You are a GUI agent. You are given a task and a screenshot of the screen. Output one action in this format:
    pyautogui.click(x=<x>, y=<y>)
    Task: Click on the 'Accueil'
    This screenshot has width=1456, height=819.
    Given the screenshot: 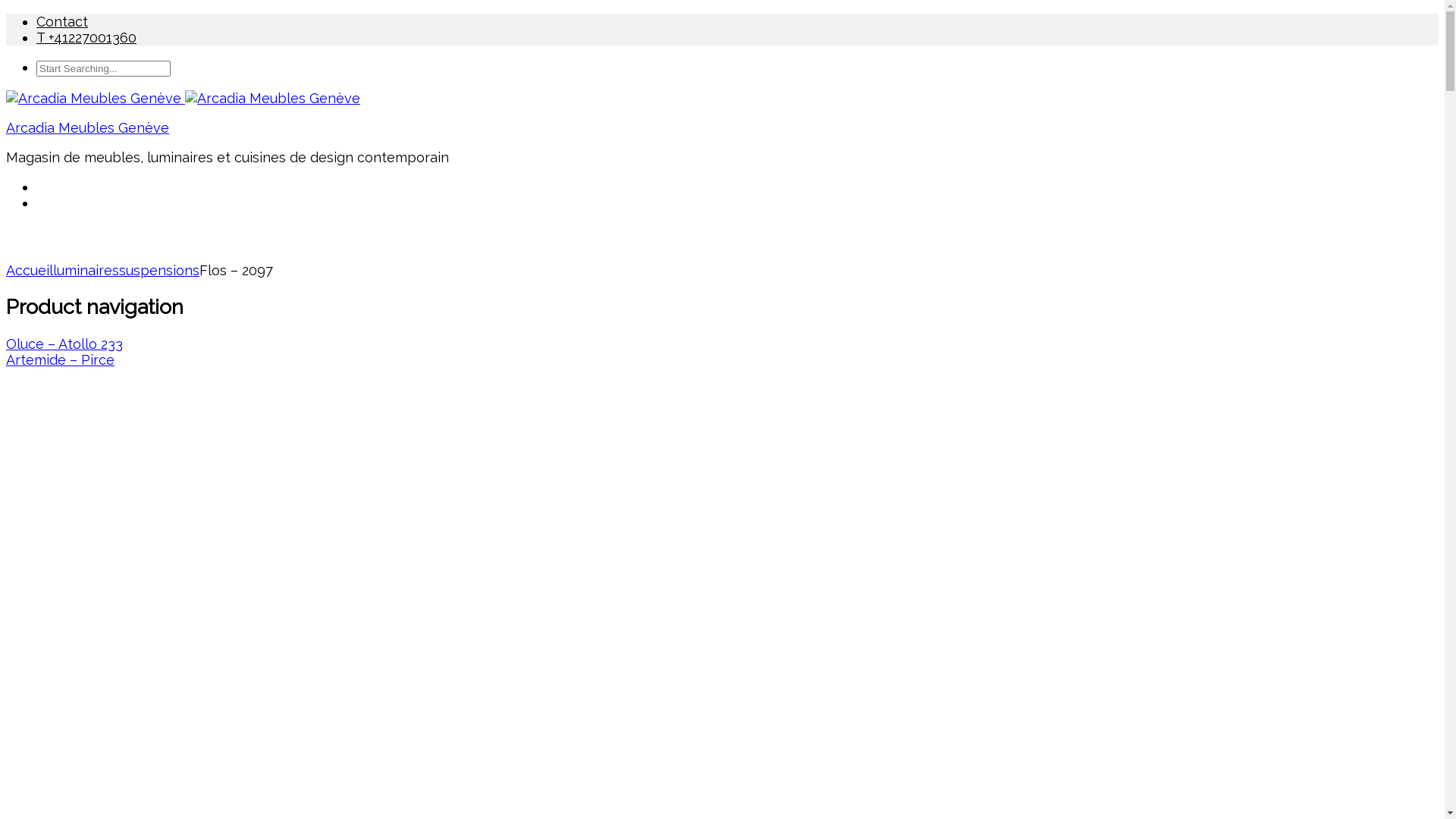 What is the action you would take?
    pyautogui.click(x=29, y=269)
    